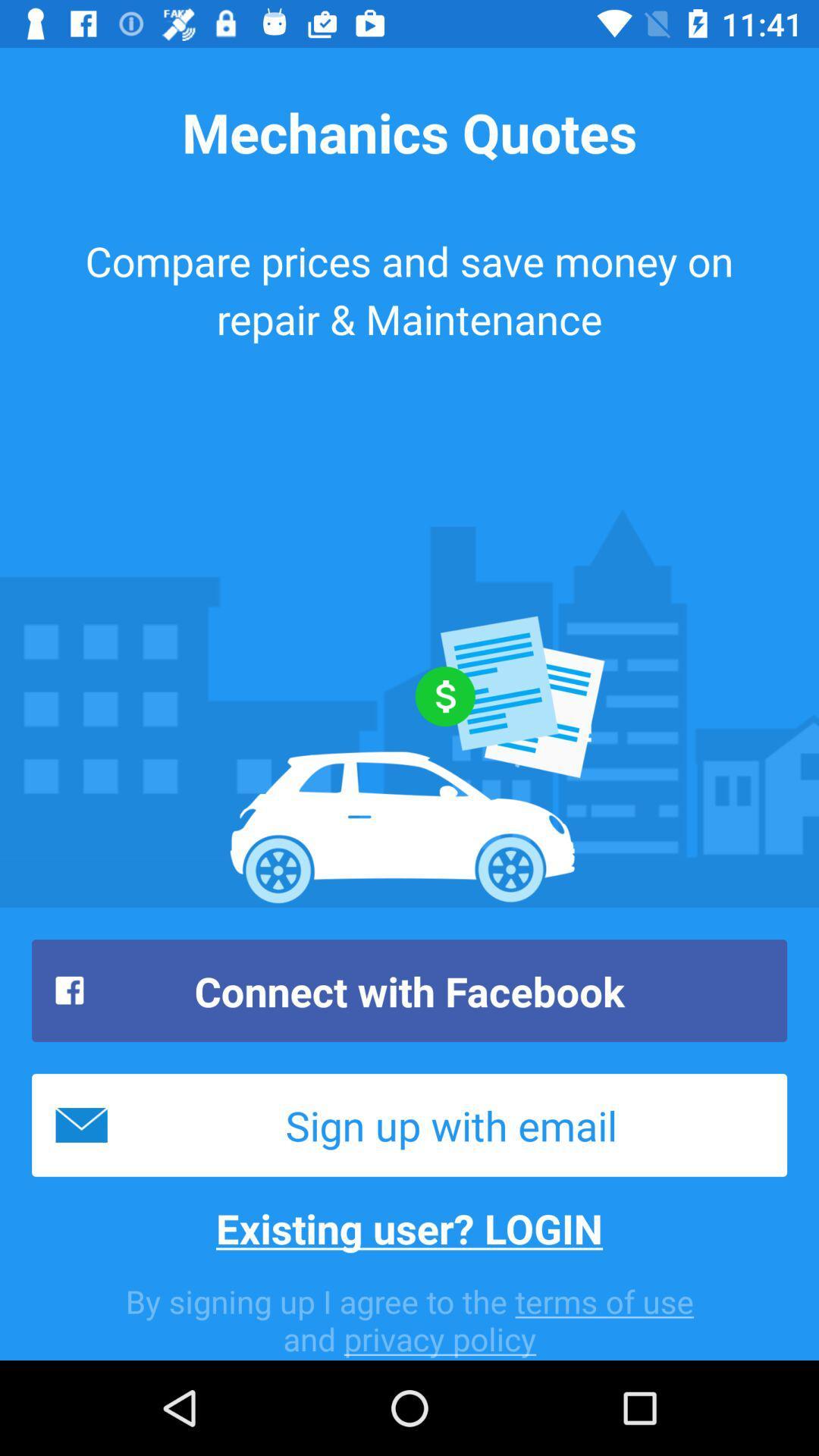 The image size is (819, 1456). I want to click on by signing up icon, so click(409, 1319).